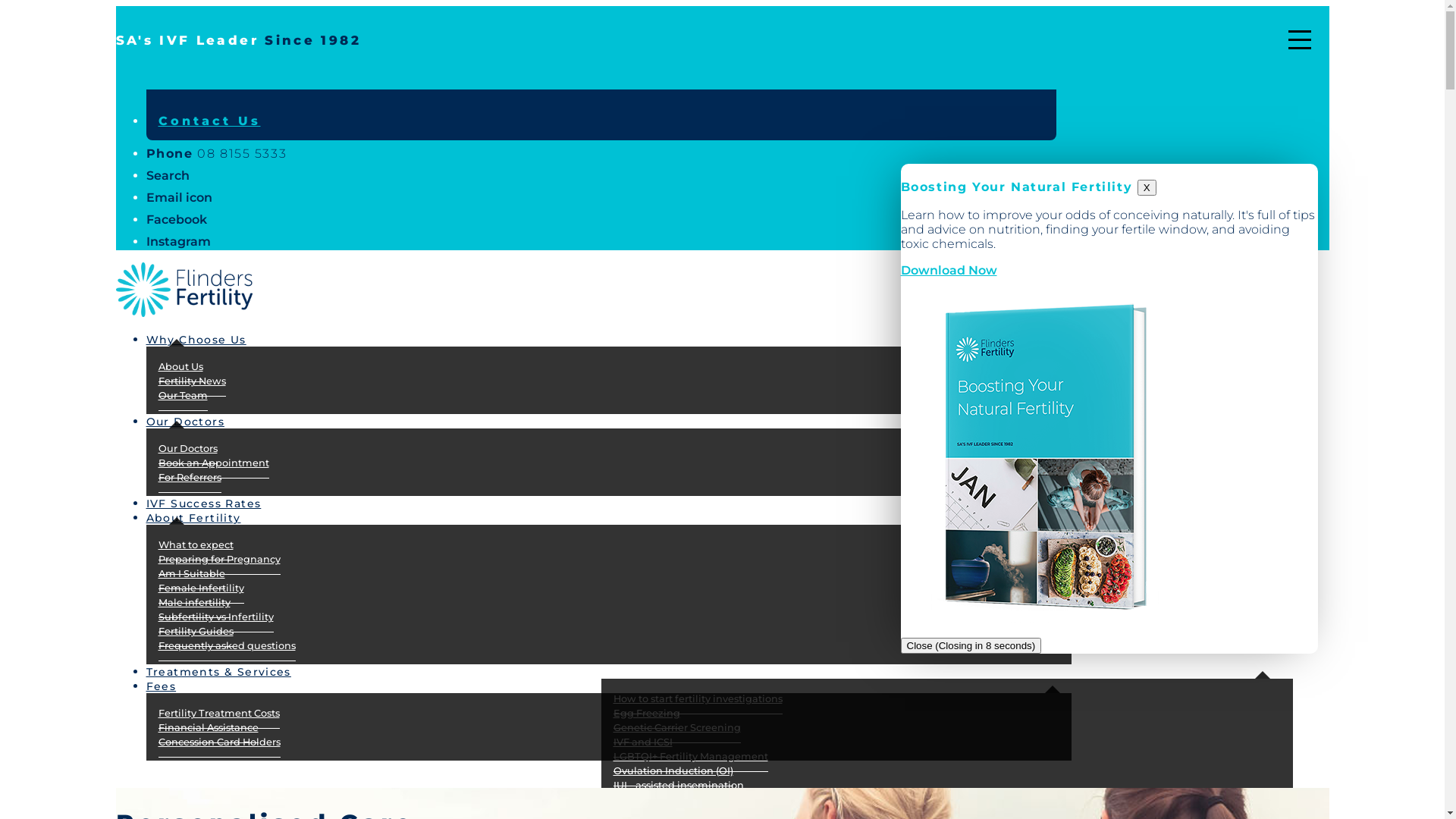  What do you see at coordinates (190, 573) in the screenshot?
I see `'Am I Suitable'` at bounding box center [190, 573].